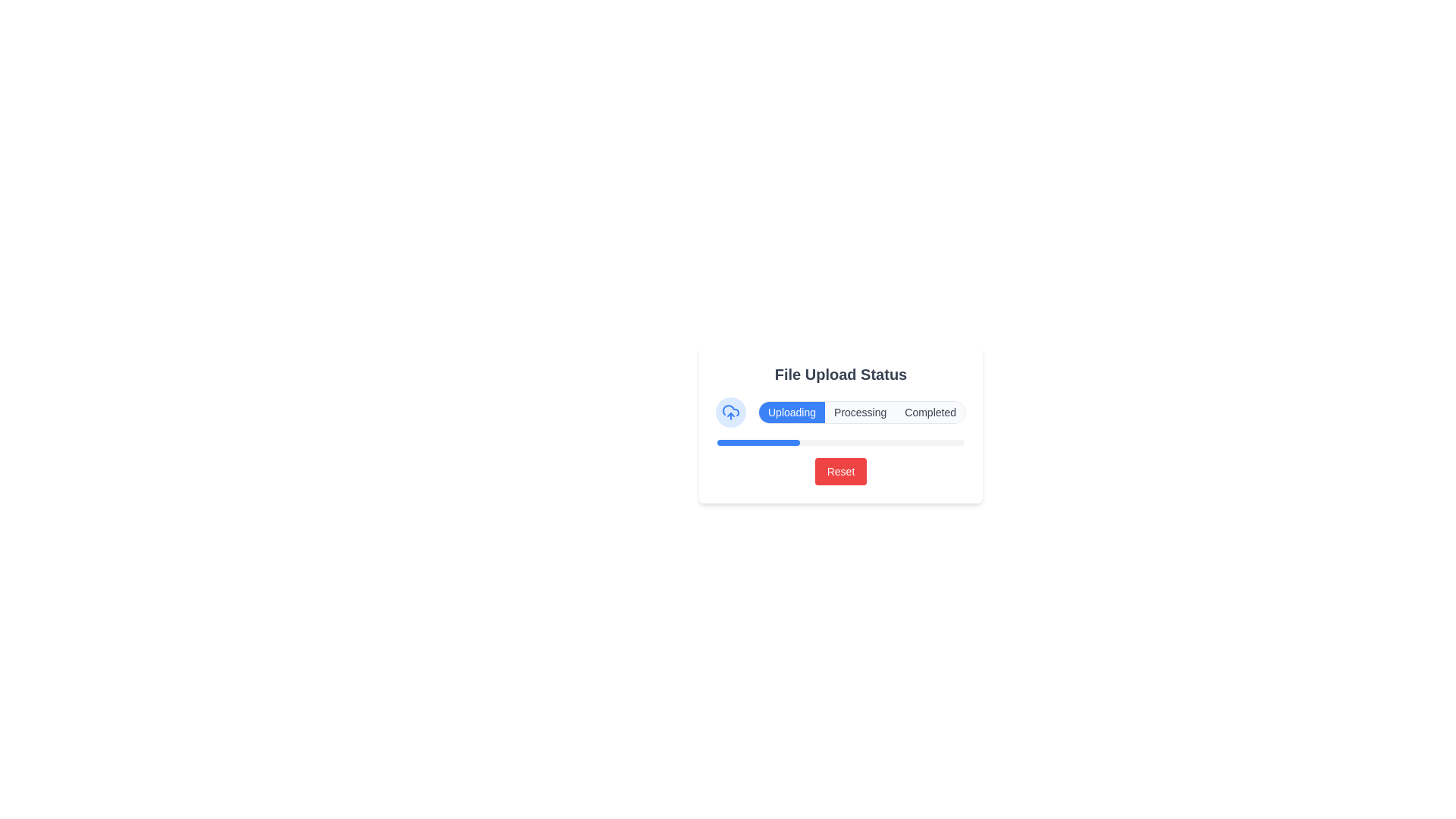 This screenshot has width=1456, height=819. Describe the element at coordinates (791, 412) in the screenshot. I see `the blue rectangular button labeled 'Uploading', which is the first of three sibling buttons in the 'File Upload Status' section` at that location.